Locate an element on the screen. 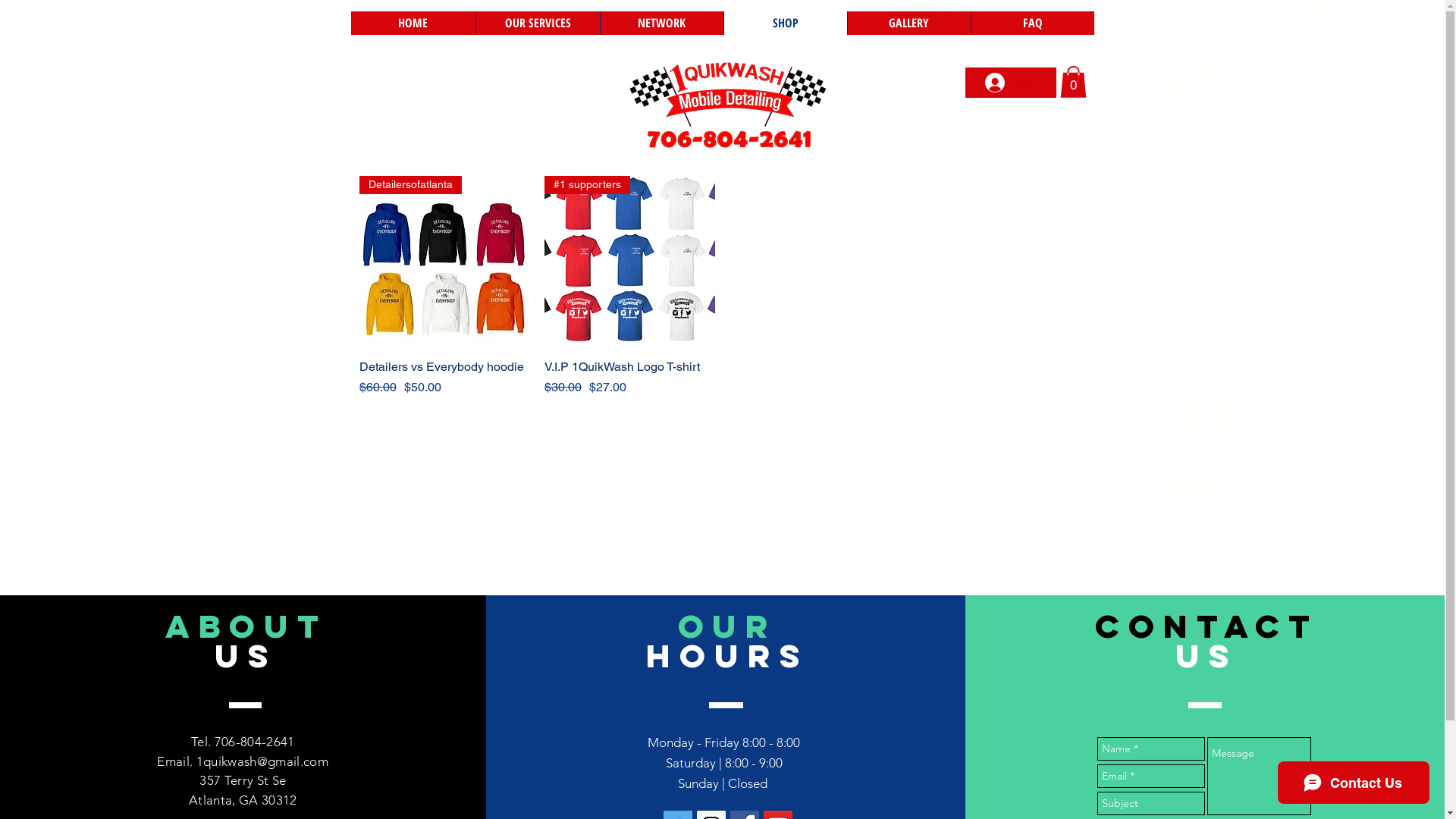 This screenshot has width=1456, height=819. 'FAQ' is located at coordinates (1031, 23).